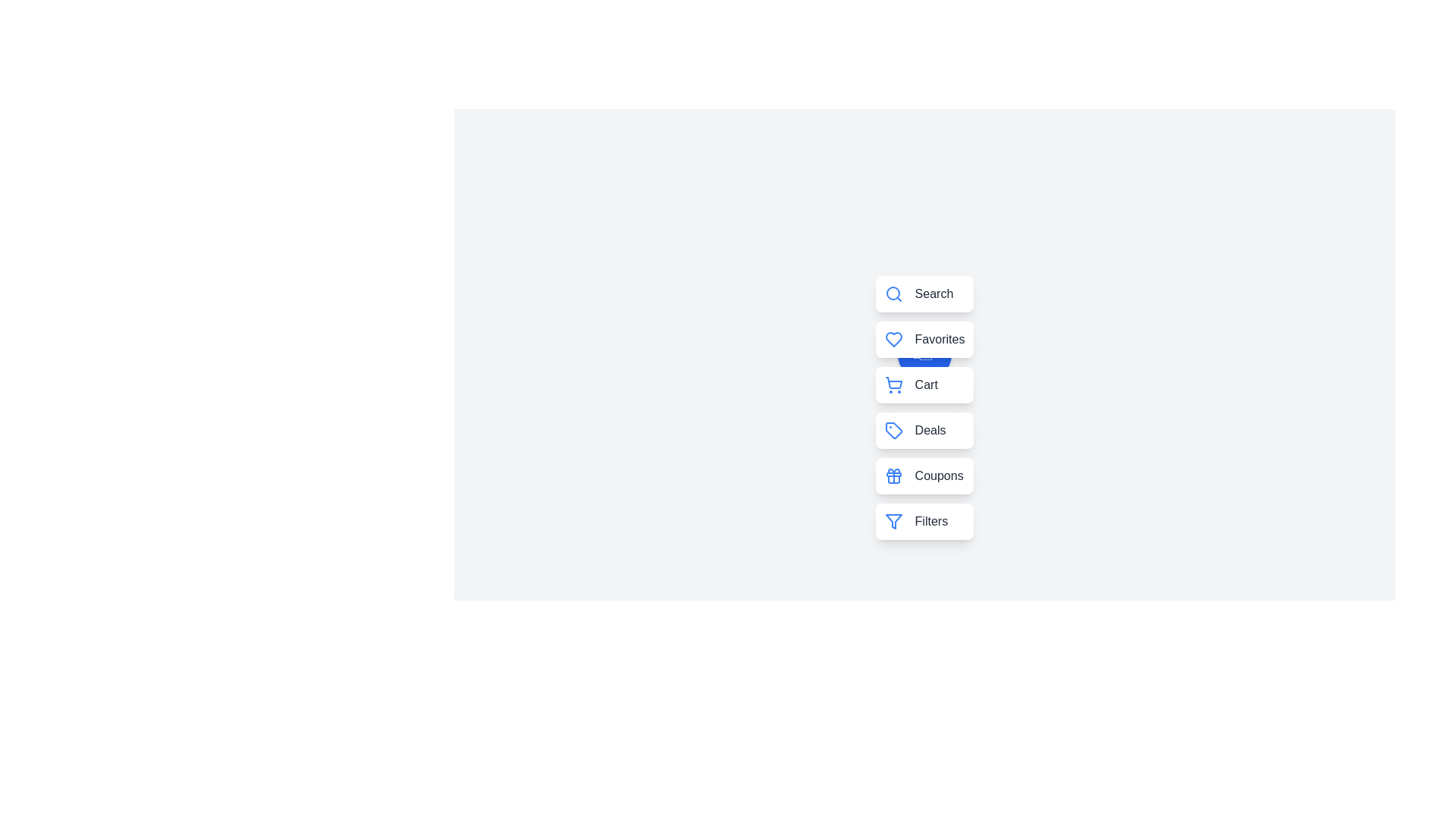 The image size is (1456, 819). Describe the element at coordinates (893, 294) in the screenshot. I see `the leftmost icon of the 'Search' button to initiate the search functionality` at that location.